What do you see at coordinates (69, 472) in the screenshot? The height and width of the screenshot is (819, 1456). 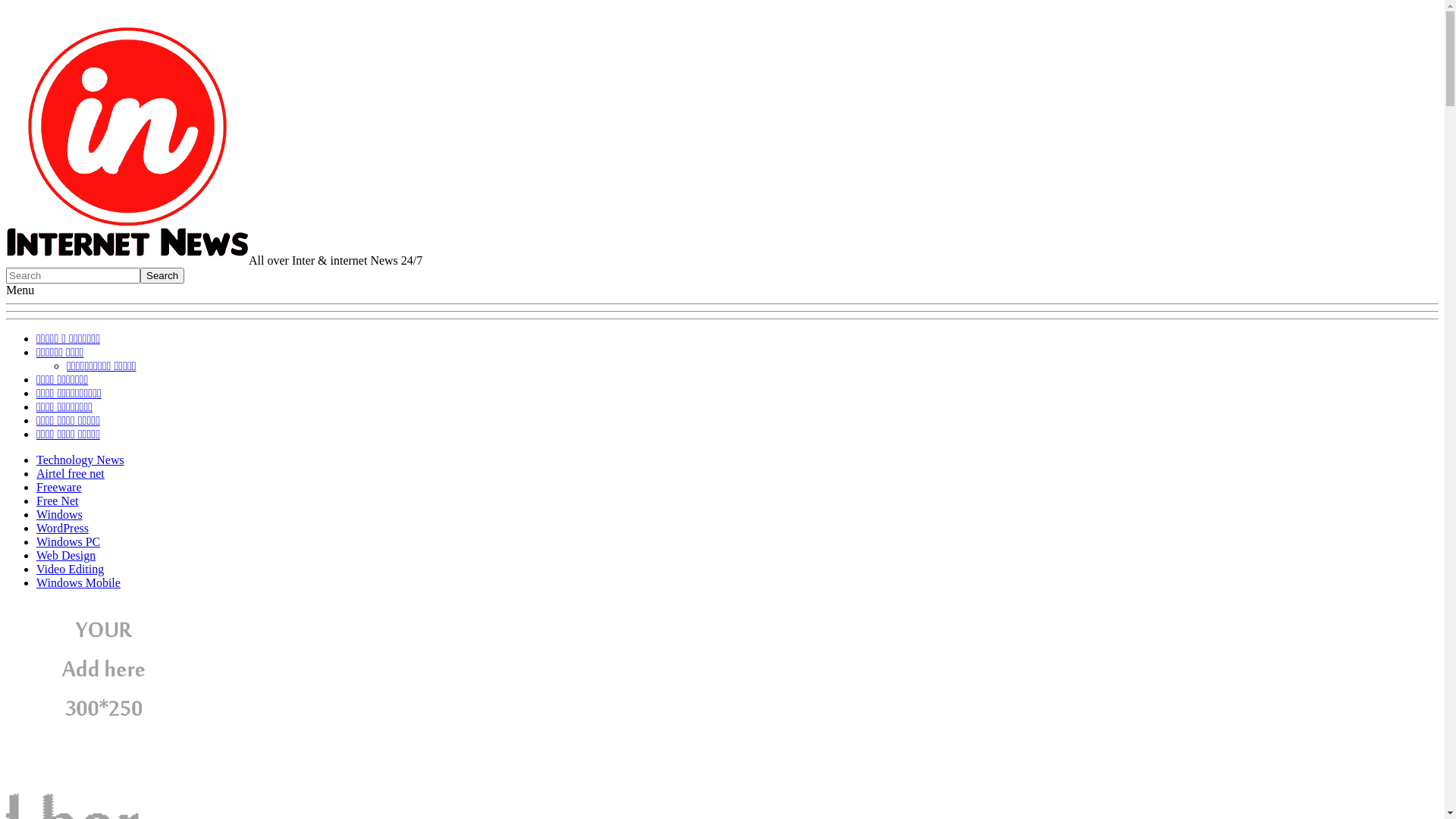 I see `'Airtel free net'` at bounding box center [69, 472].